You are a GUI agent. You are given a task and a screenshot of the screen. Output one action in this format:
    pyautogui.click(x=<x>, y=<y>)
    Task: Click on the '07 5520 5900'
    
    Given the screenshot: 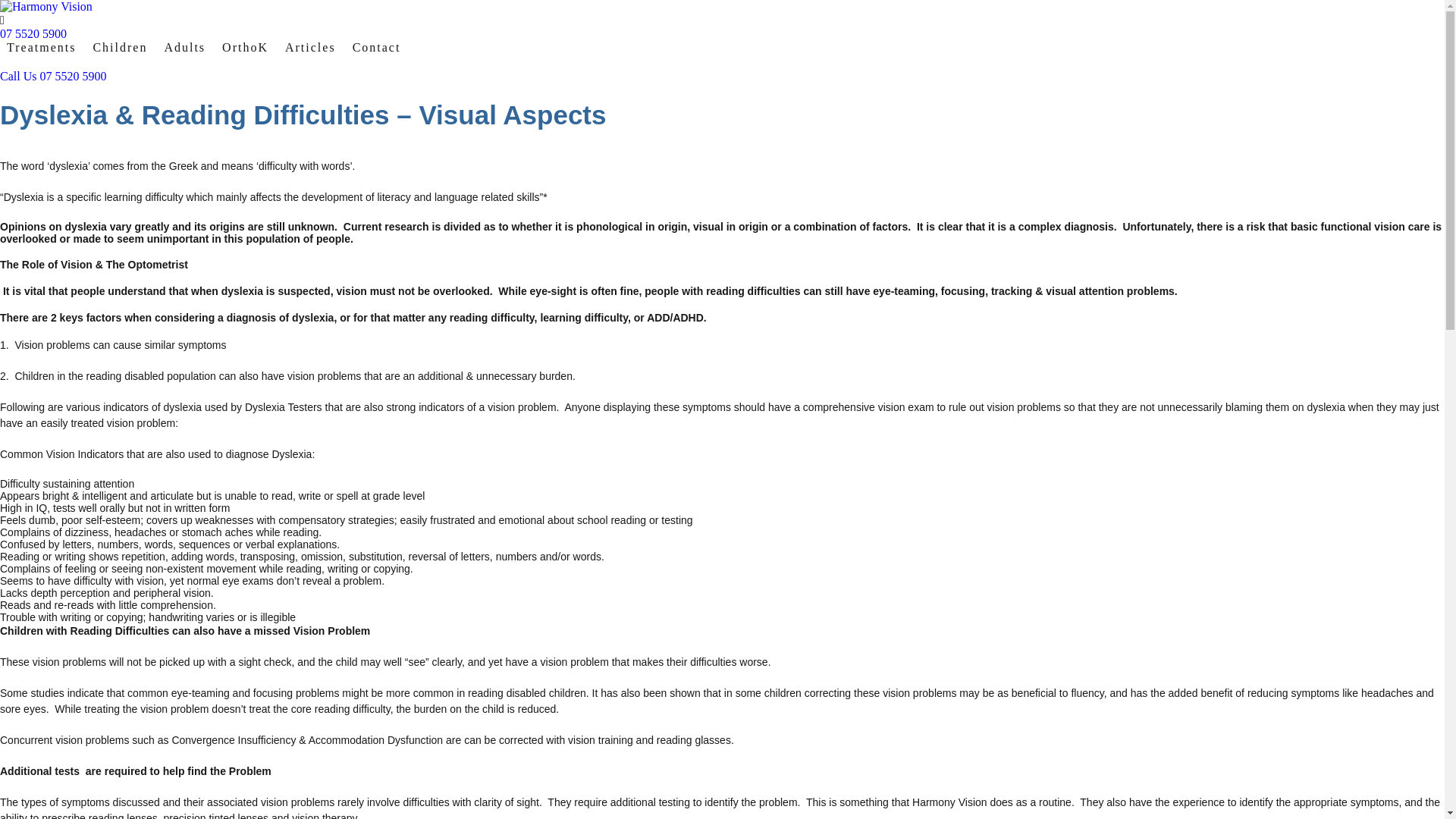 What is the action you would take?
    pyautogui.click(x=721, y=34)
    